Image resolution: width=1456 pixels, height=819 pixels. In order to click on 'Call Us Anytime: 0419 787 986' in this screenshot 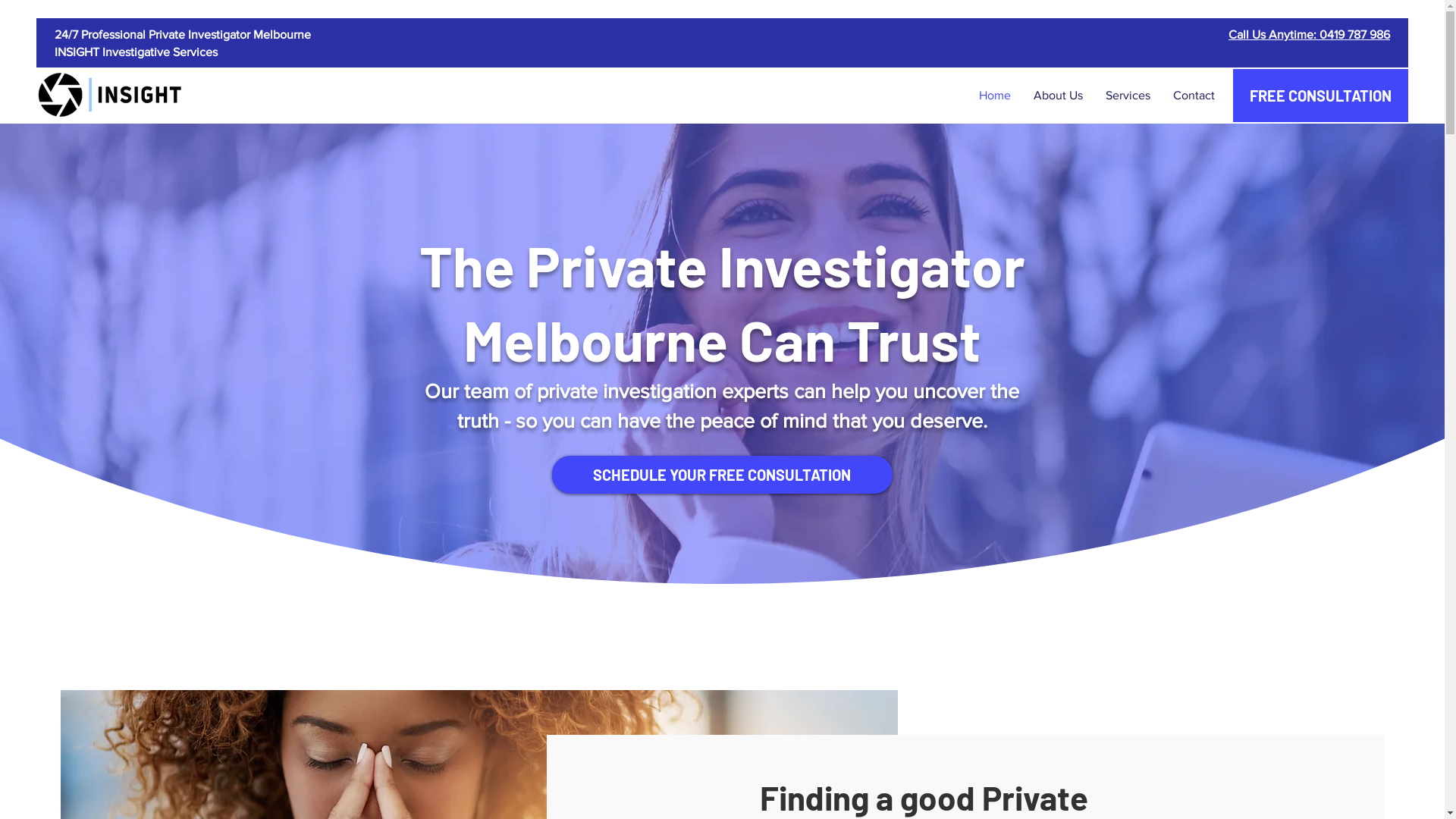, I will do `click(1308, 34)`.